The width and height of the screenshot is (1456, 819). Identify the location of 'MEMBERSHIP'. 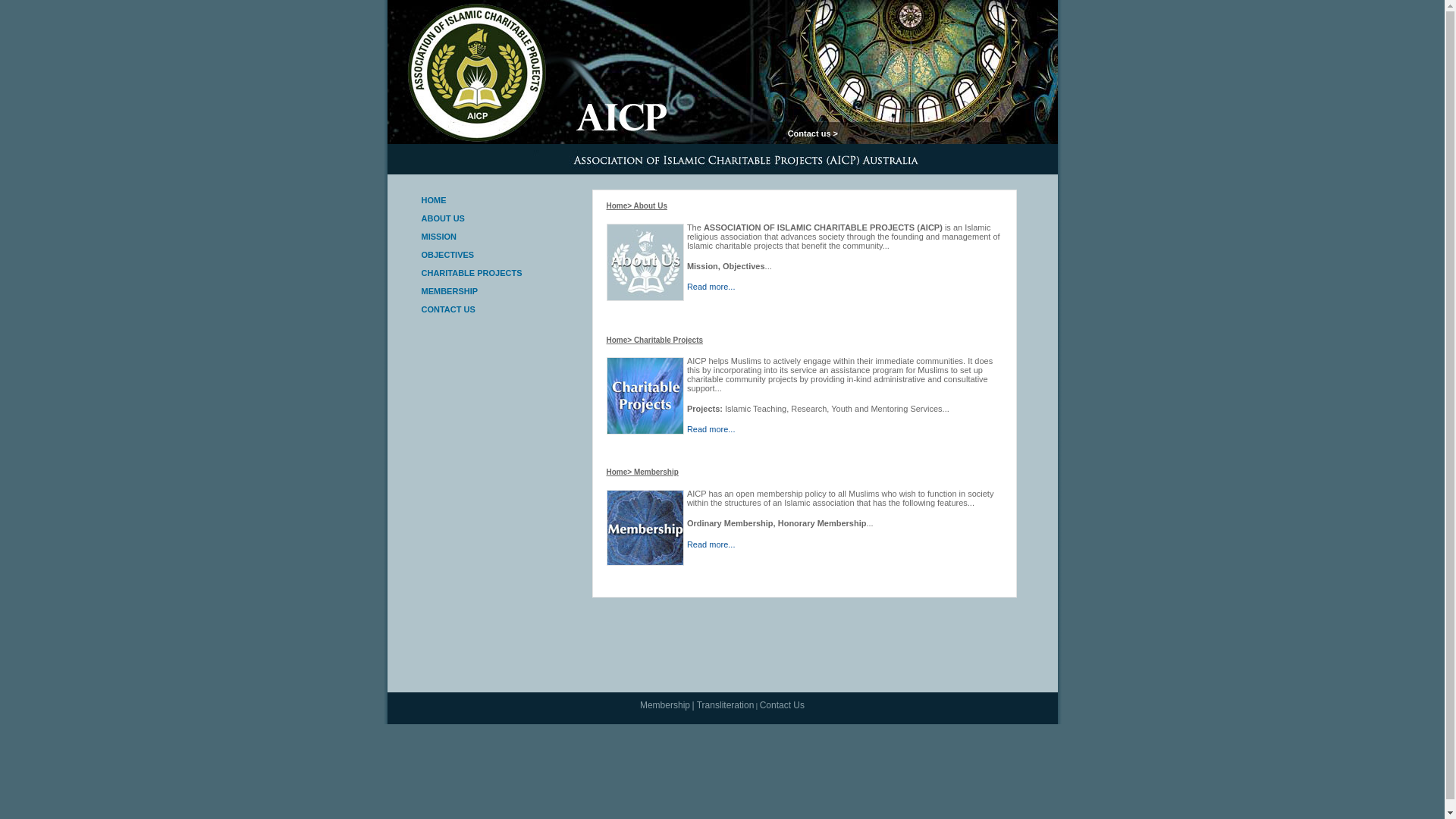
(422, 291).